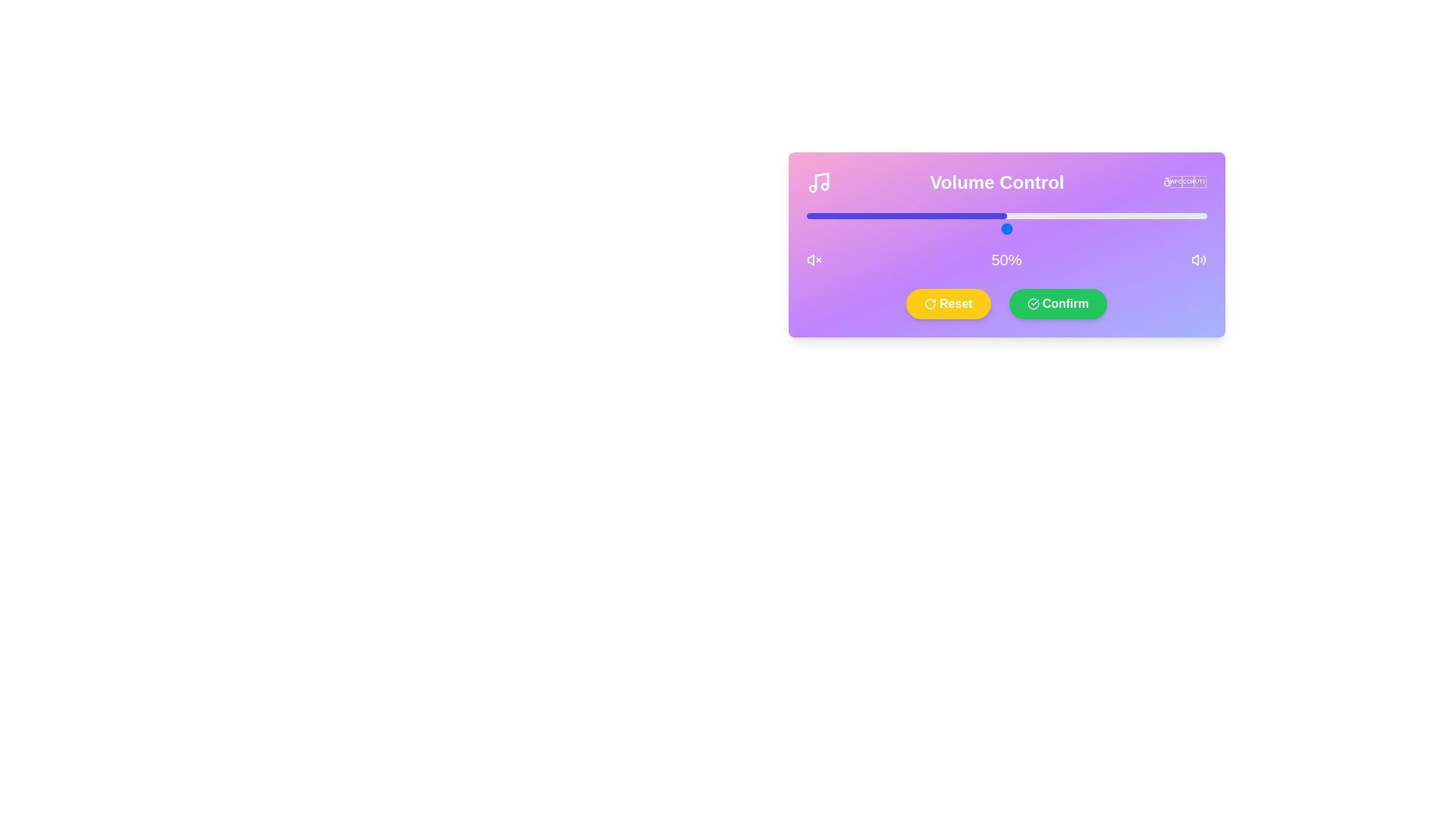  What do you see at coordinates (821, 180) in the screenshot?
I see `the central vertical line of the music note icon located at the top-left corner of the interface, which serves as an indicator for sound or music-related functionality` at bounding box center [821, 180].